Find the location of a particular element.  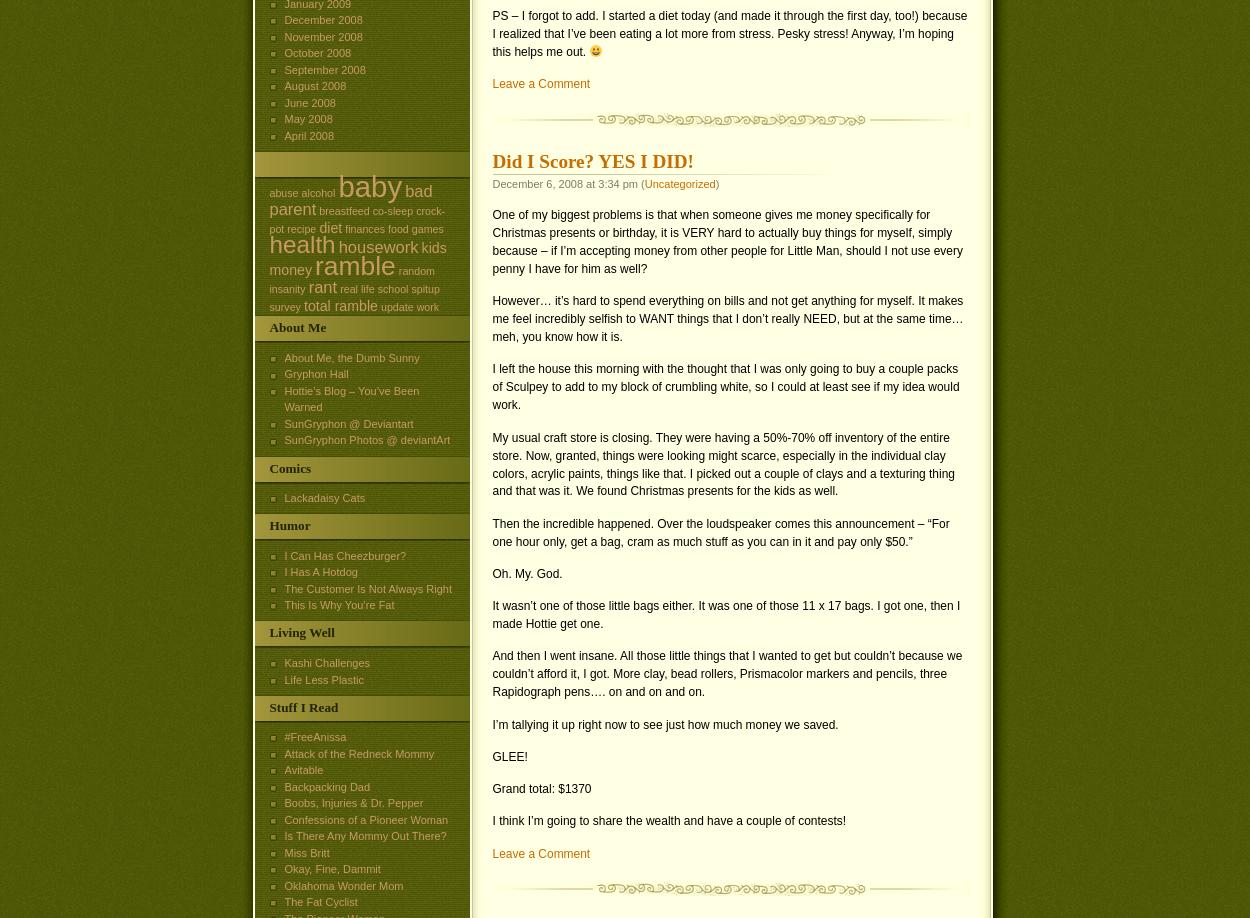

'Confessions of a Pioneer Woman' is located at coordinates (365, 819).